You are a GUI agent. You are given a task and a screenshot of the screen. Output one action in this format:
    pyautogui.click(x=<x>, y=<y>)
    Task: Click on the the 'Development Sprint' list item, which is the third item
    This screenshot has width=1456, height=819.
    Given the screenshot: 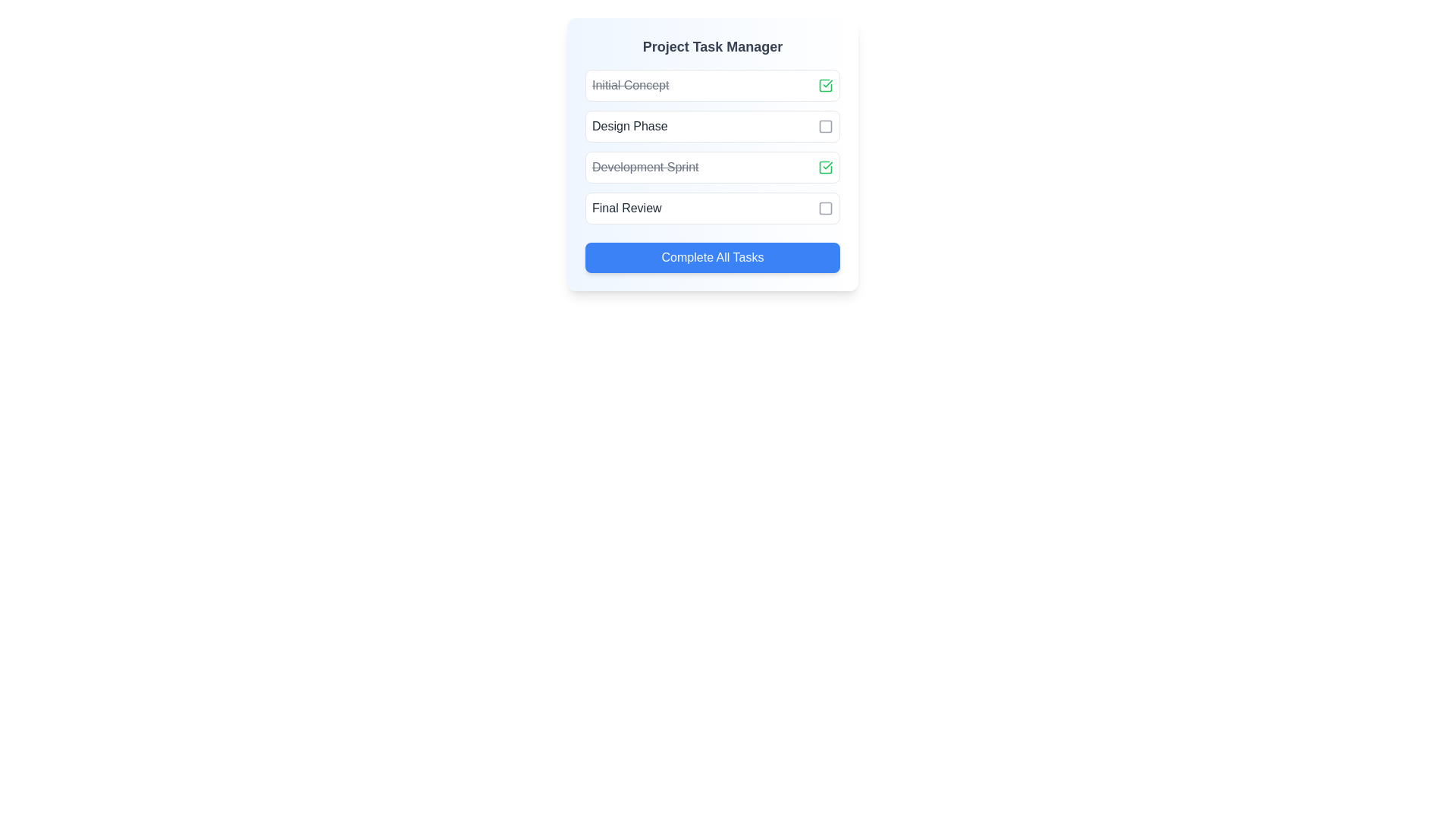 What is the action you would take?
    pyautogui.click(x=712, y=167)
    